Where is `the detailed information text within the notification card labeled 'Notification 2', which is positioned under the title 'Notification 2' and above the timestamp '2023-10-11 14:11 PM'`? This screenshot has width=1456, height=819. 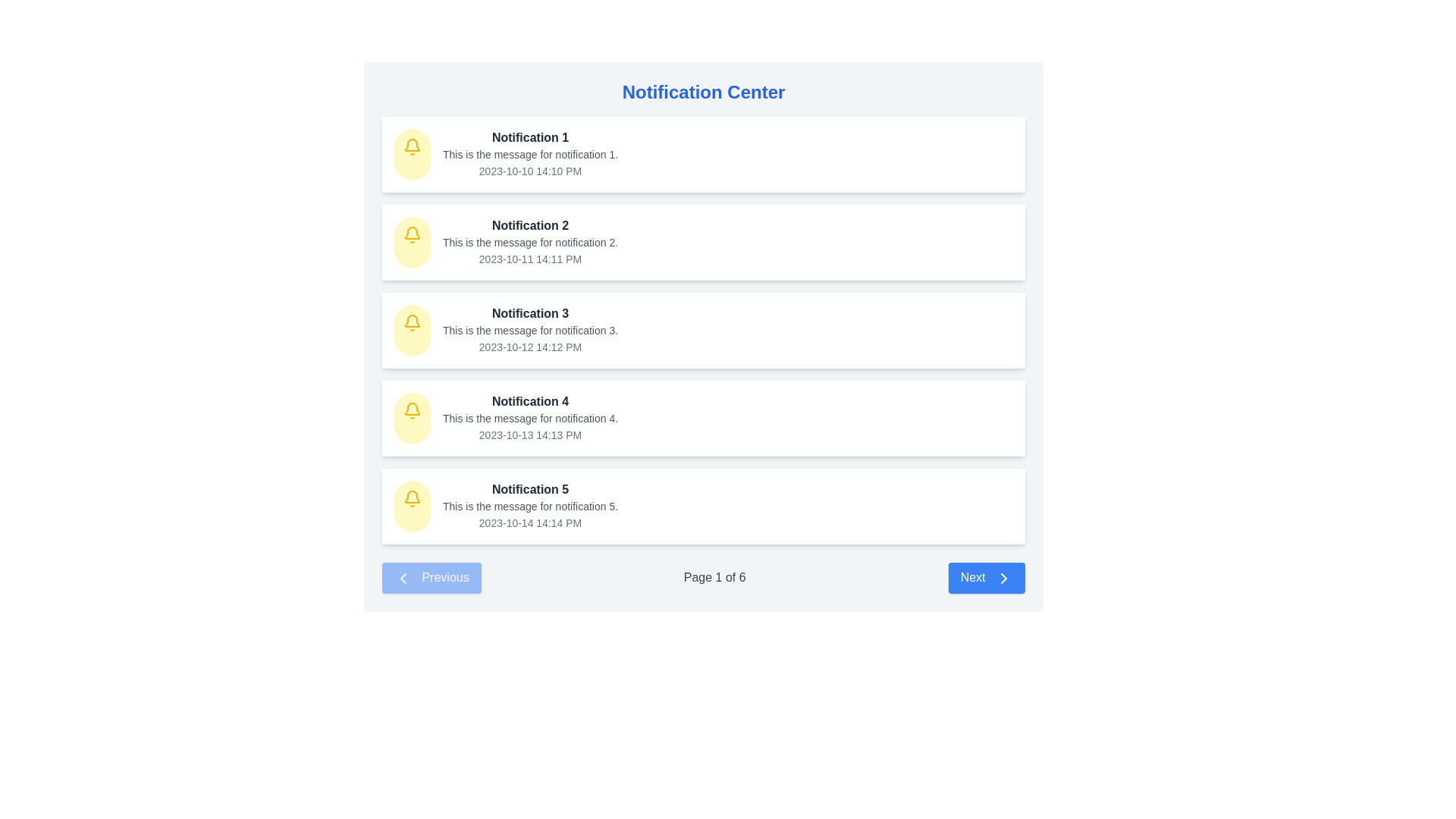
the detailed information text within the notification card labeled 'Notification 2', which is positioned under the title 'Notification 2' and above the timestamp '2023-10-11 14:11 PM' is located at coordinates (530, 242).